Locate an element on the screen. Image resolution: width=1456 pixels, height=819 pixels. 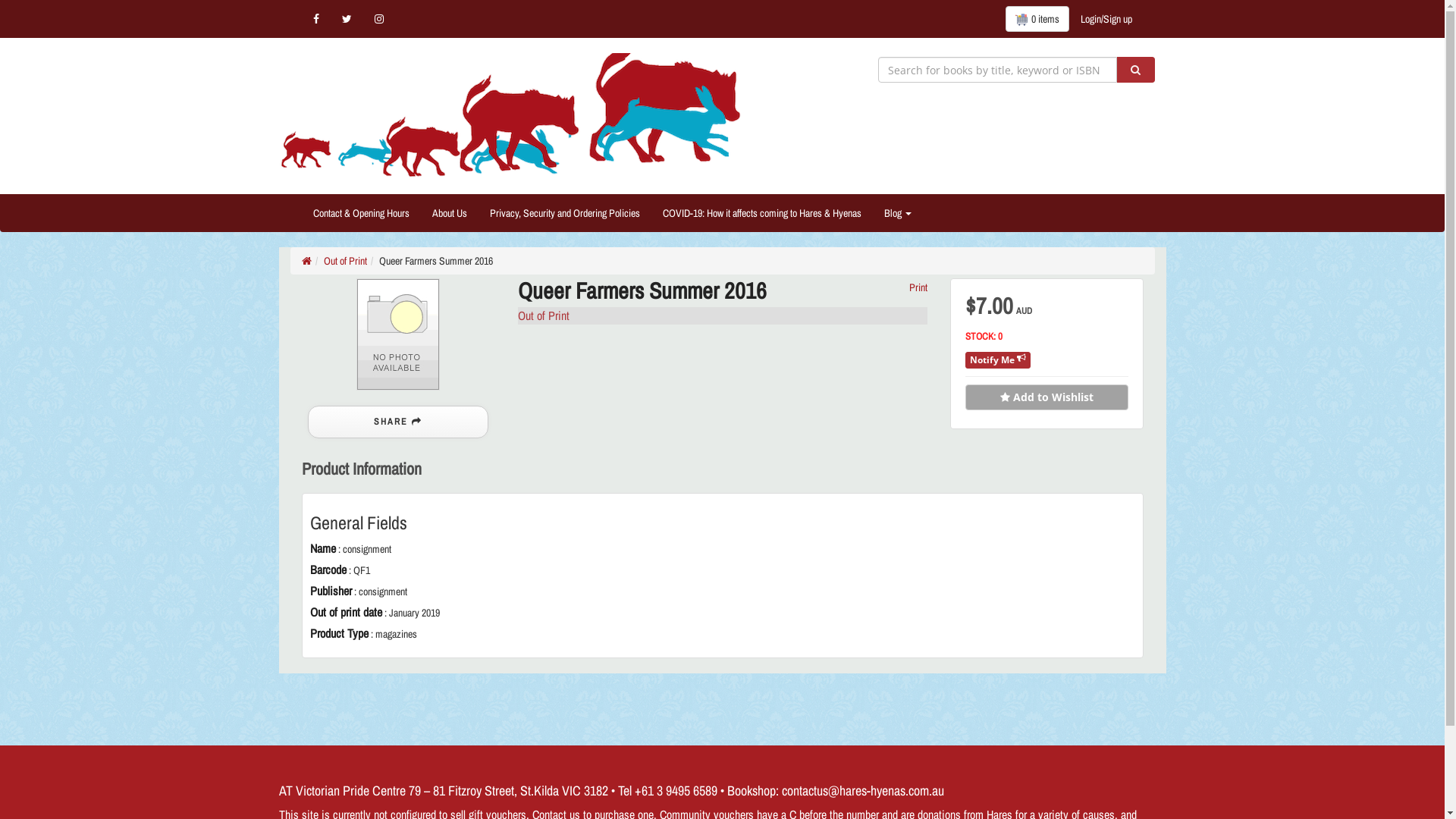
'contactus@hares-hyenas.com.au' is located at coordinates (862, 789).